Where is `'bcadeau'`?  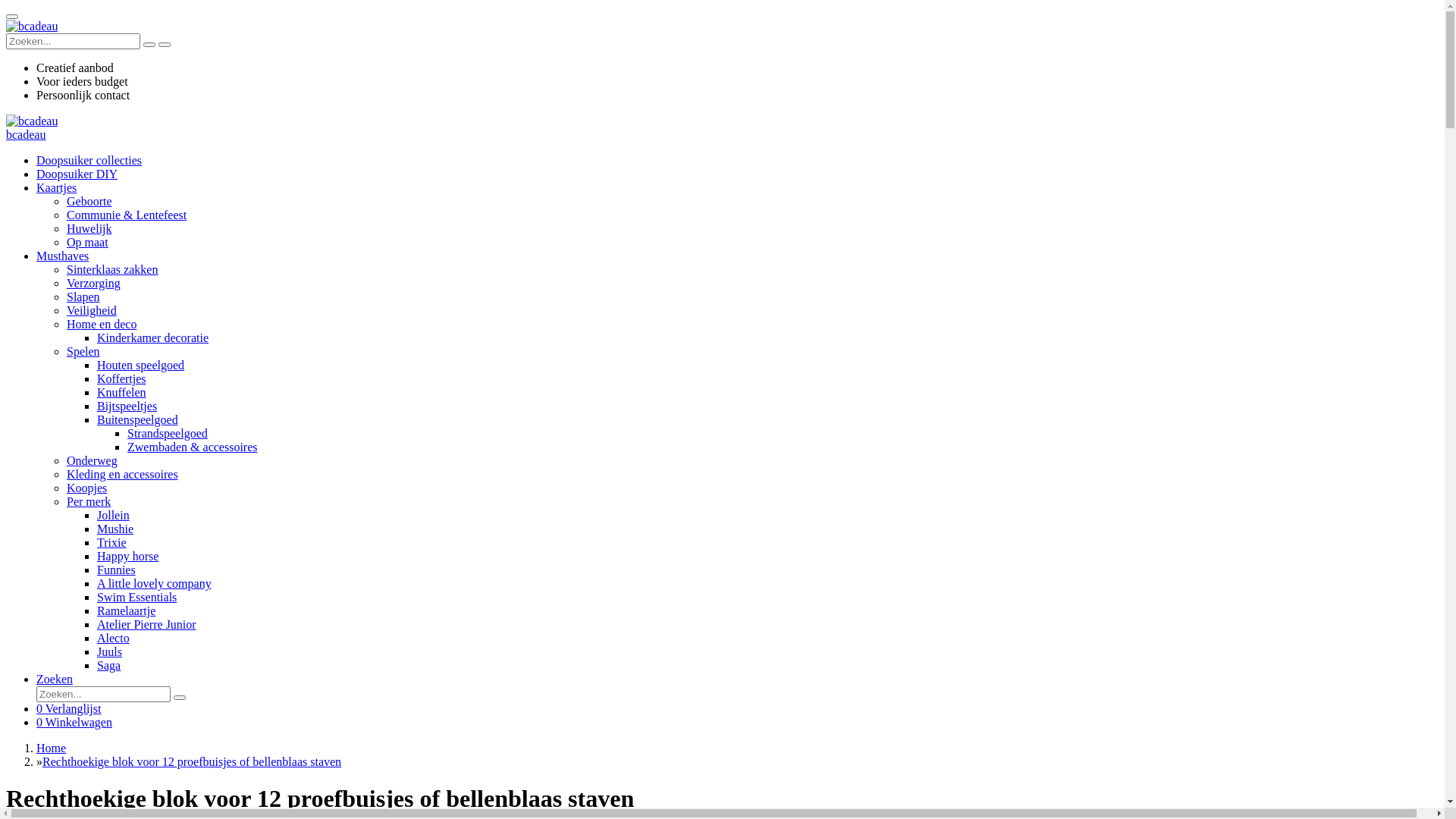 'bcadeau' is located at coordinates (32, 120).